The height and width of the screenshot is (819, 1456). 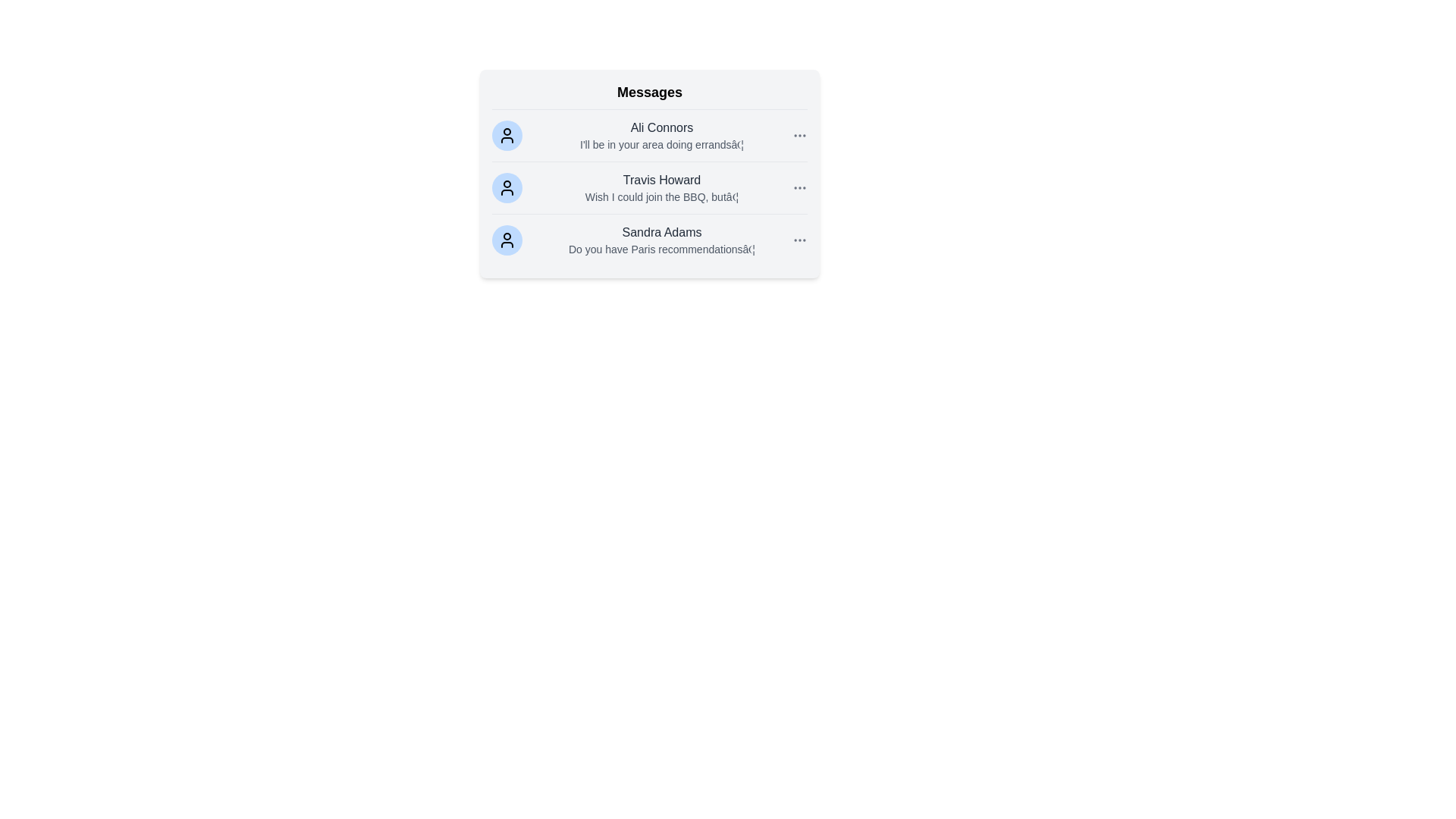 I want to click on the user profile SVG icon, which is styled with a black stroke and a blue background, located in the upper-left section of the list component, adjacent to 'Ali Connors', so click(x=507, y=134).